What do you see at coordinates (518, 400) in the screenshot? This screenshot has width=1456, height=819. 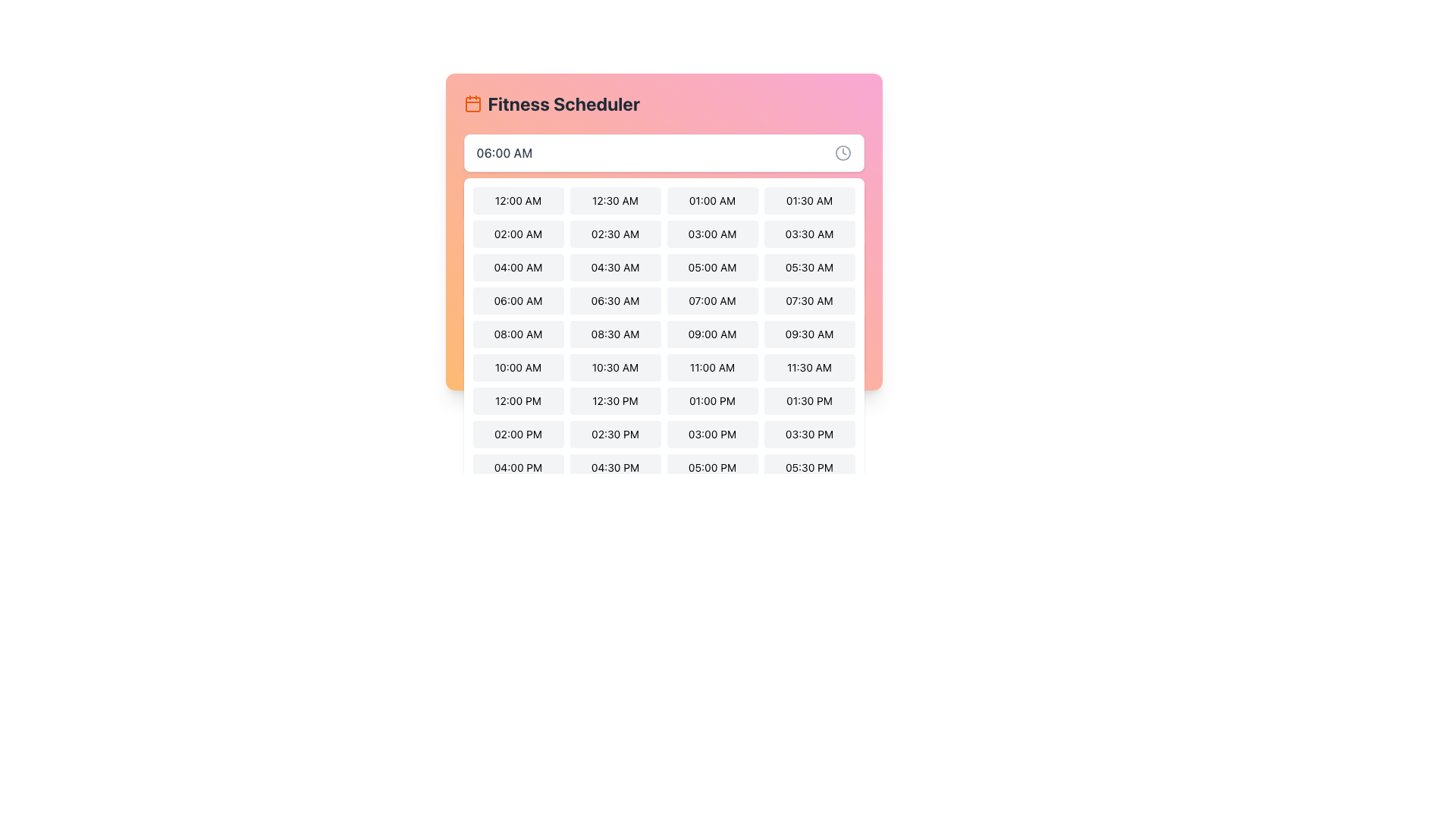 I see `the button labeled '12:00 PM' located in the fifth row and first column of the dropdown panel` at bounding box center [518, 400].